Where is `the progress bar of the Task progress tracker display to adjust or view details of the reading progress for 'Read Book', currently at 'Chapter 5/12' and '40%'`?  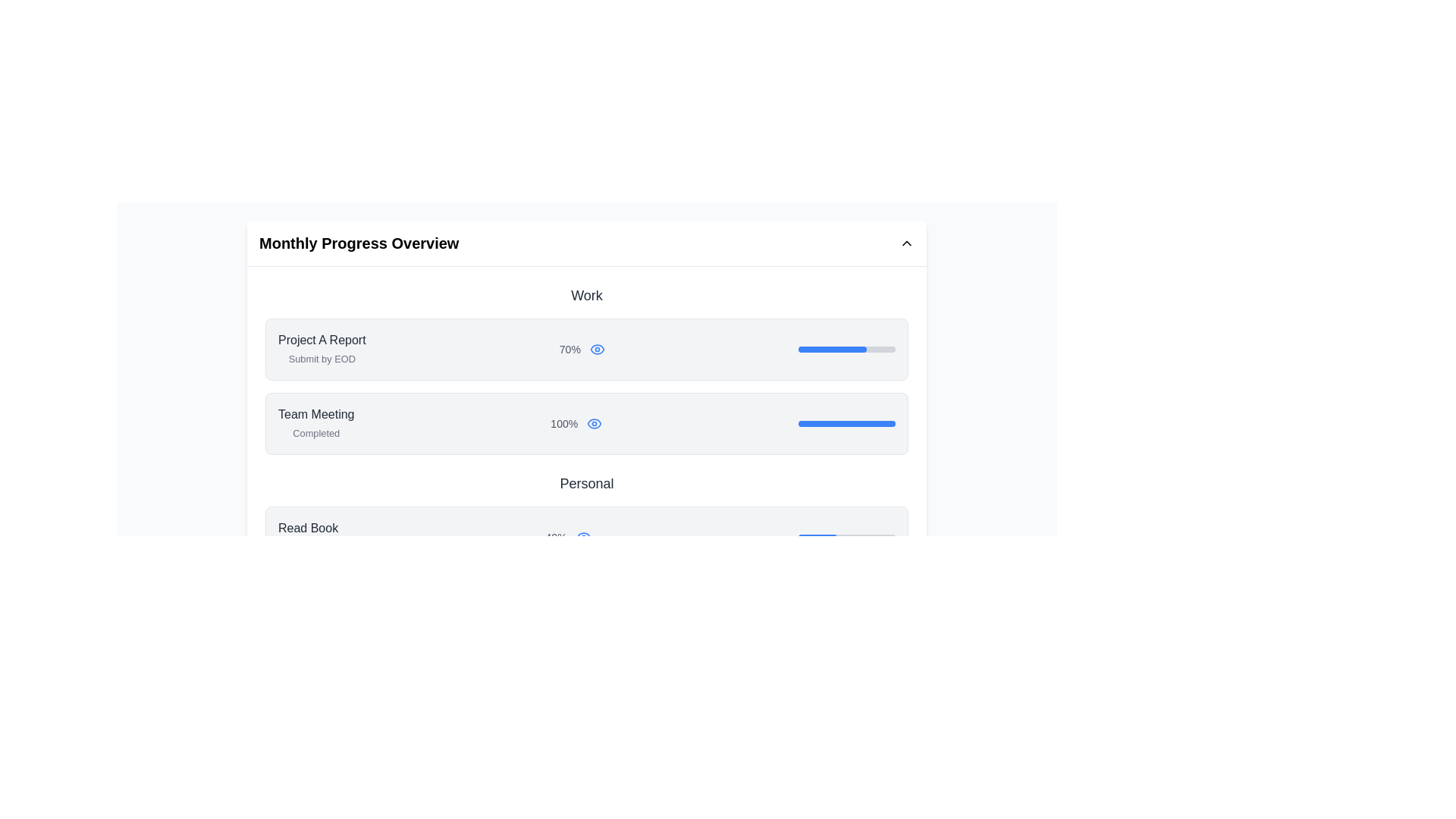
the progress bar of the Task progress tracker display to adjust or view details of the reading progress for 'Read Book', currently at 'Chapter 5/12' and '40%' is located at coordinates (585, 537).